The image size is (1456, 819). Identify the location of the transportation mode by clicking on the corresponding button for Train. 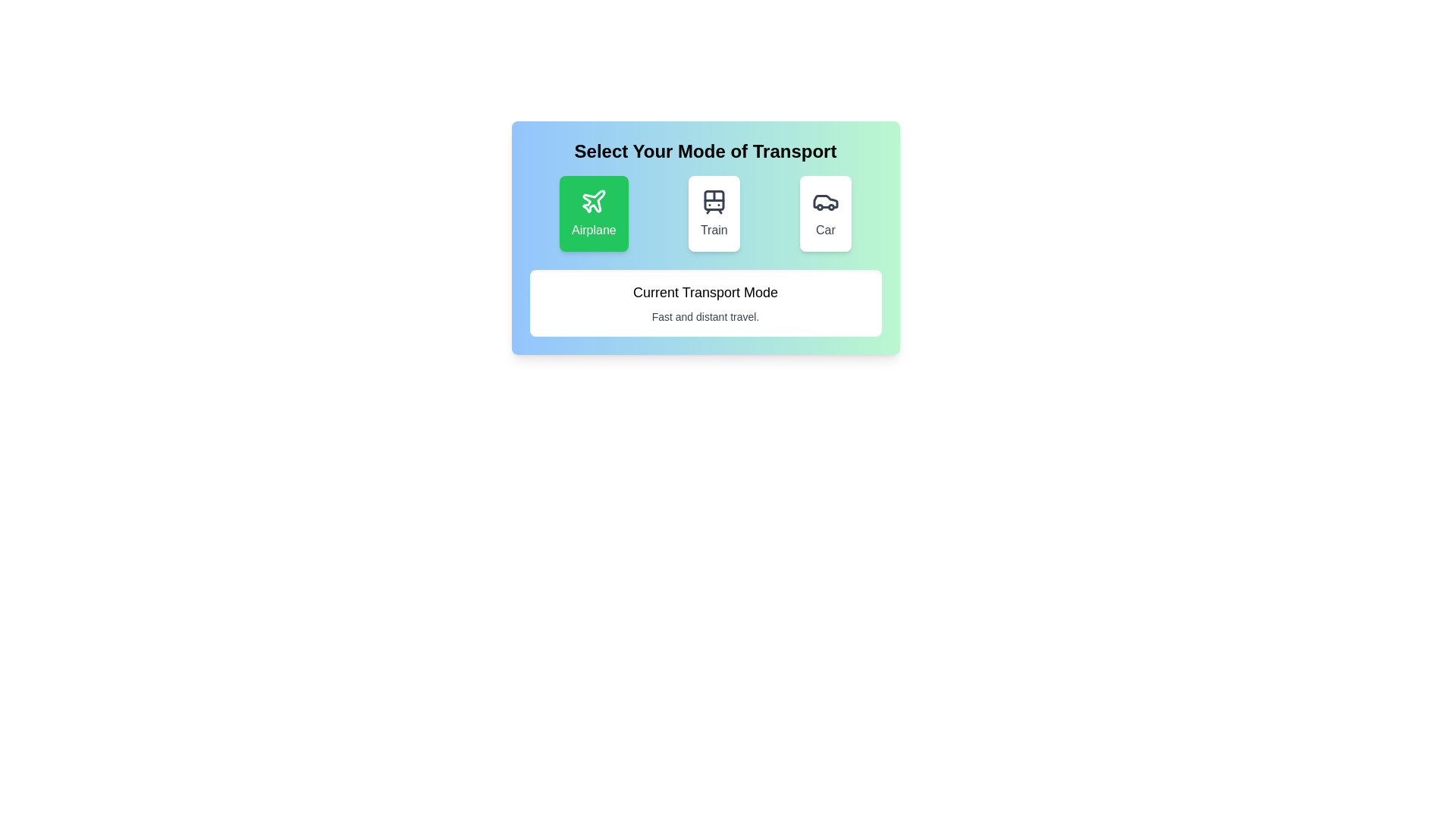
(713, 213).